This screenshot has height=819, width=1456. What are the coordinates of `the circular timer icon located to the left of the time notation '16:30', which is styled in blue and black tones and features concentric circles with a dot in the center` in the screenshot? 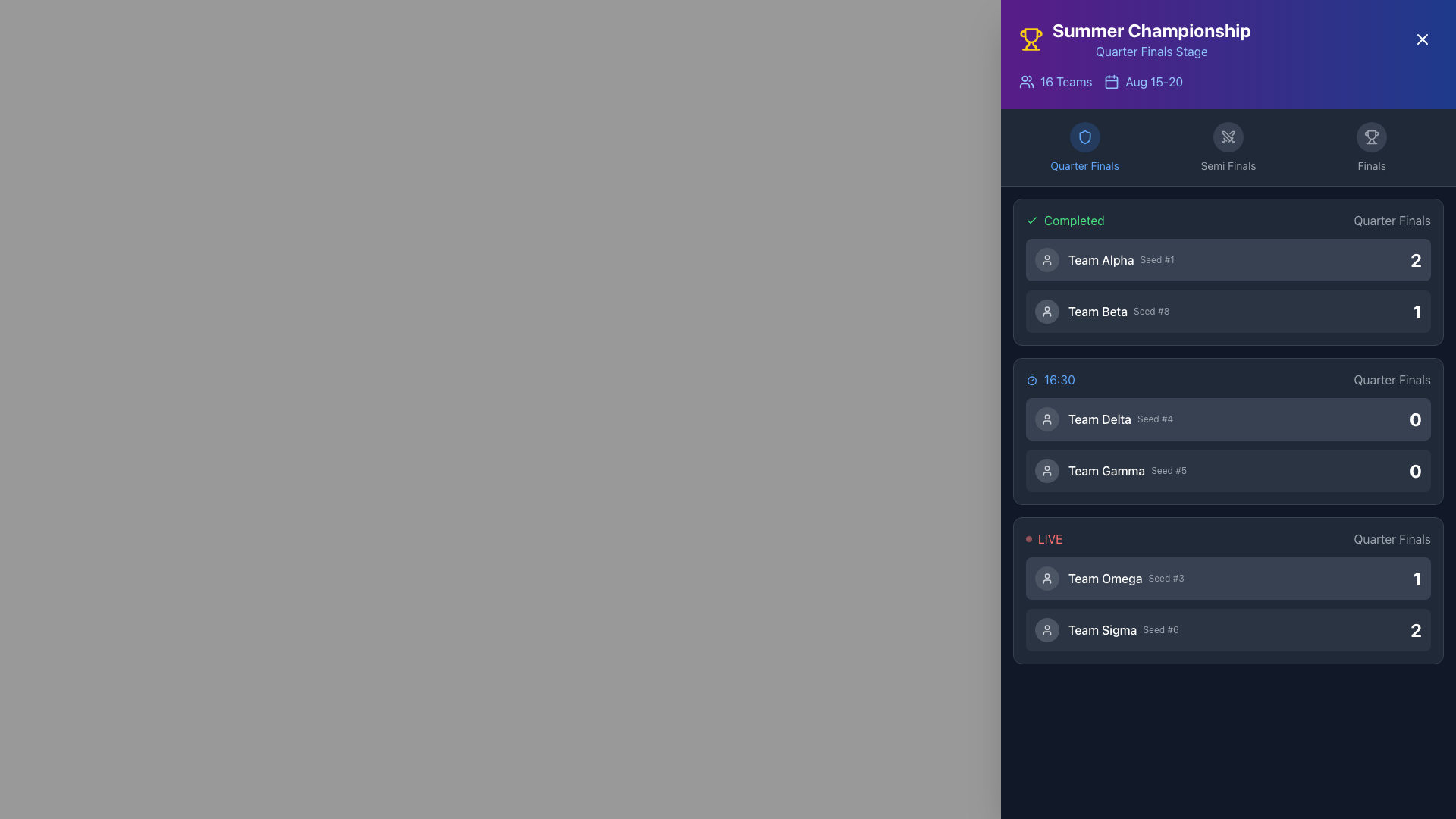 It's located at (1031, 379).